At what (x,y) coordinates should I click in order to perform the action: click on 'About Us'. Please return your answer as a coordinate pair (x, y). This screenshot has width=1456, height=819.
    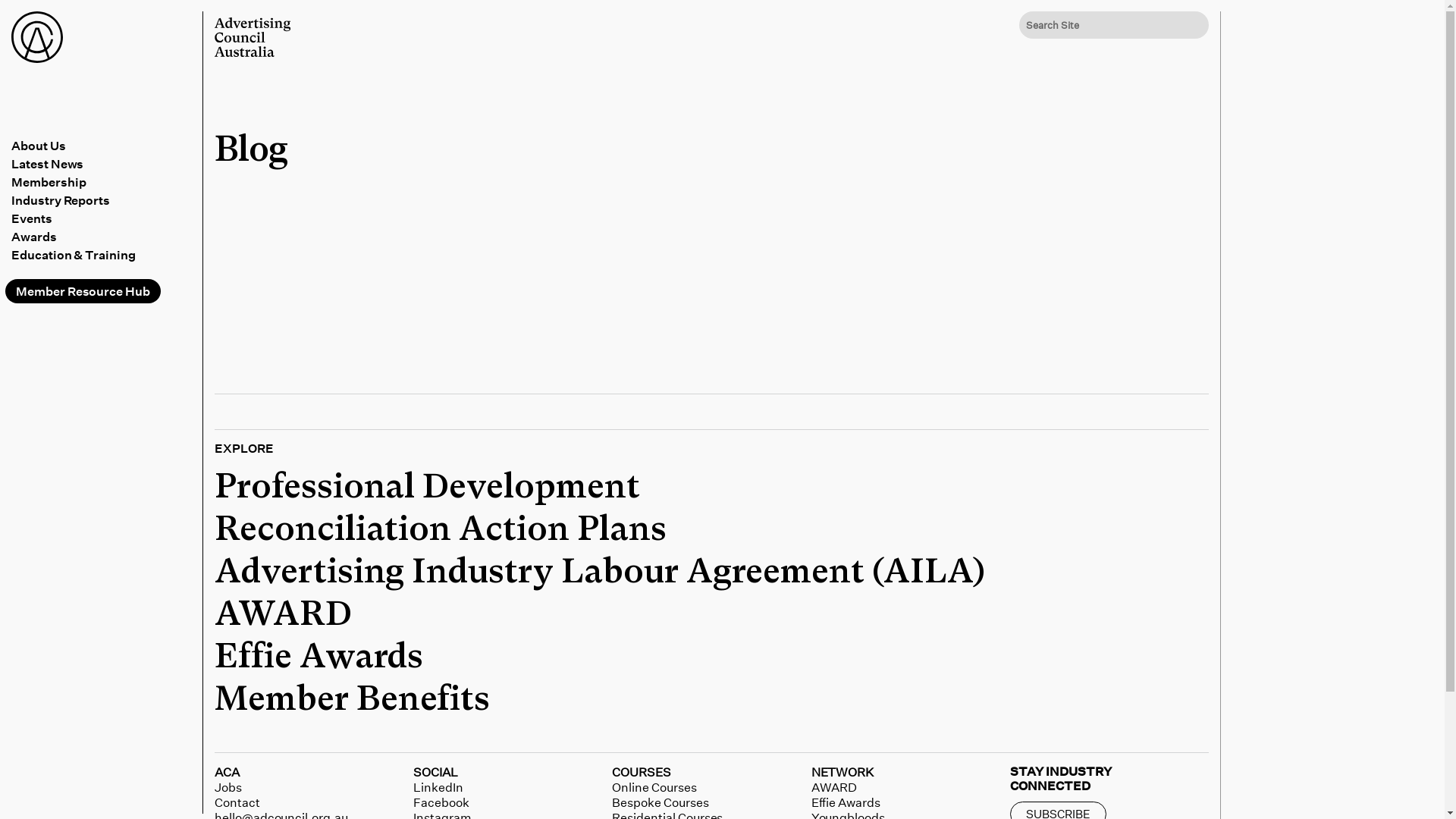
    Looking at the image, I should click on (103, 146).